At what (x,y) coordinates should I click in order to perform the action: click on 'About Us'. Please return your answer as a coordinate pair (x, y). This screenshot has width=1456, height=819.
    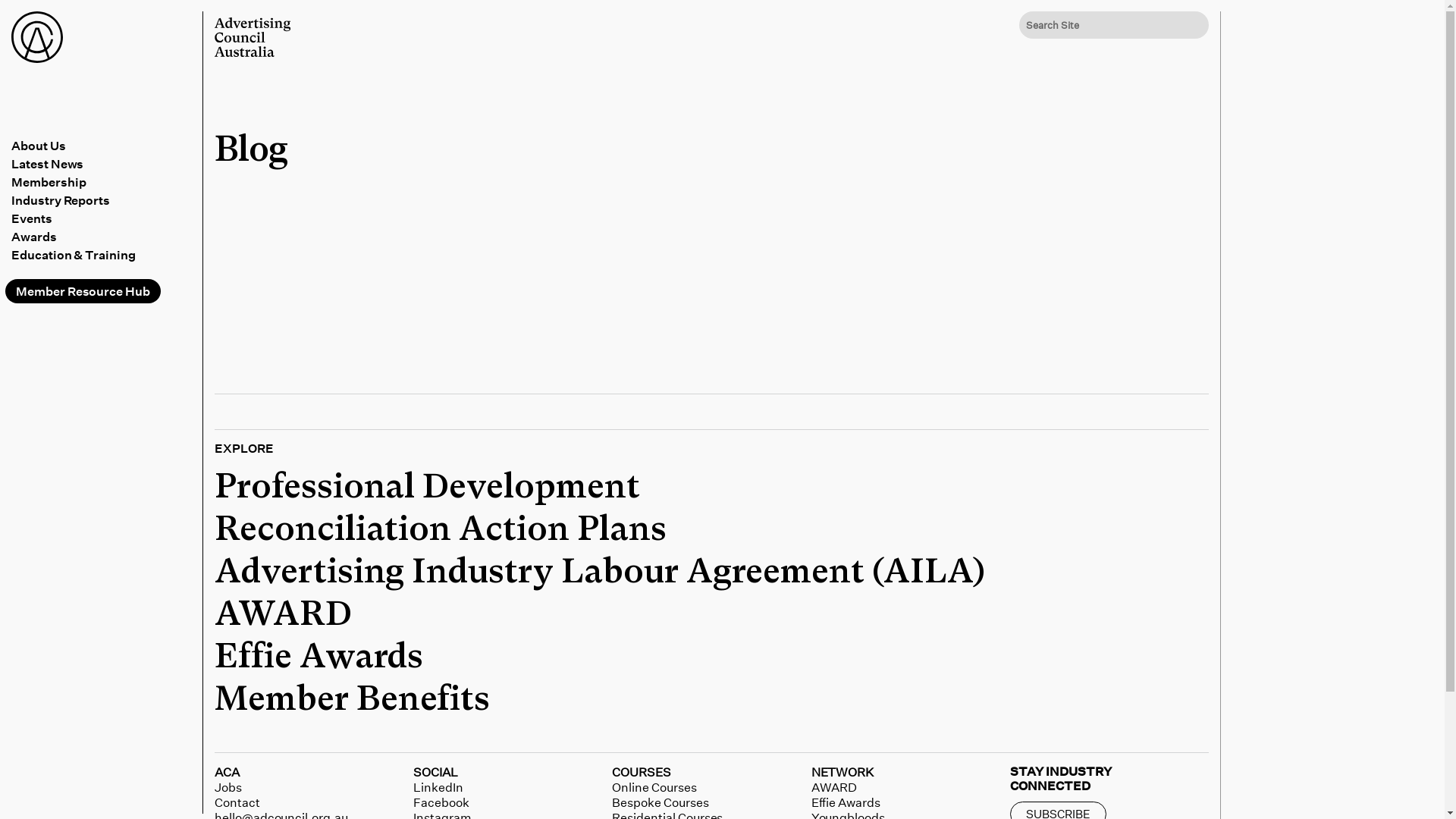
    Looking at the image, I should click on (103, 146).